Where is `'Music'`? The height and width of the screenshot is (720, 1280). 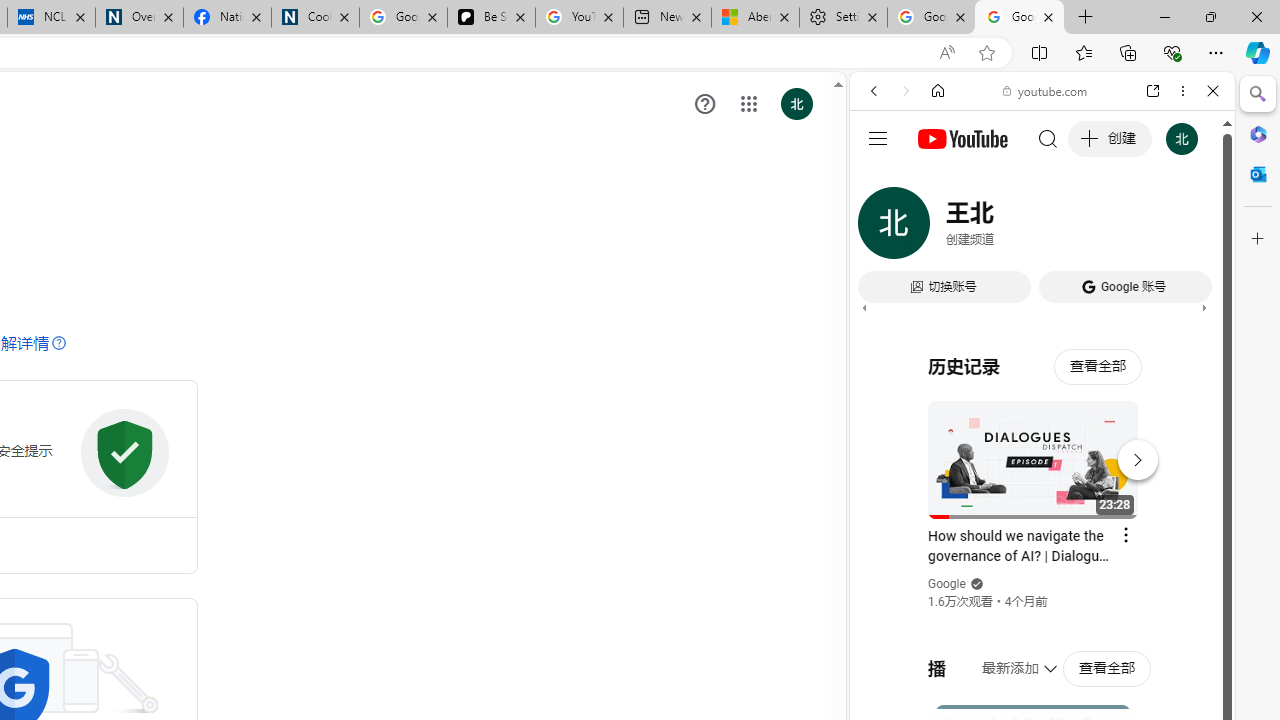 'Music' is located at coordinates (1041, 544).